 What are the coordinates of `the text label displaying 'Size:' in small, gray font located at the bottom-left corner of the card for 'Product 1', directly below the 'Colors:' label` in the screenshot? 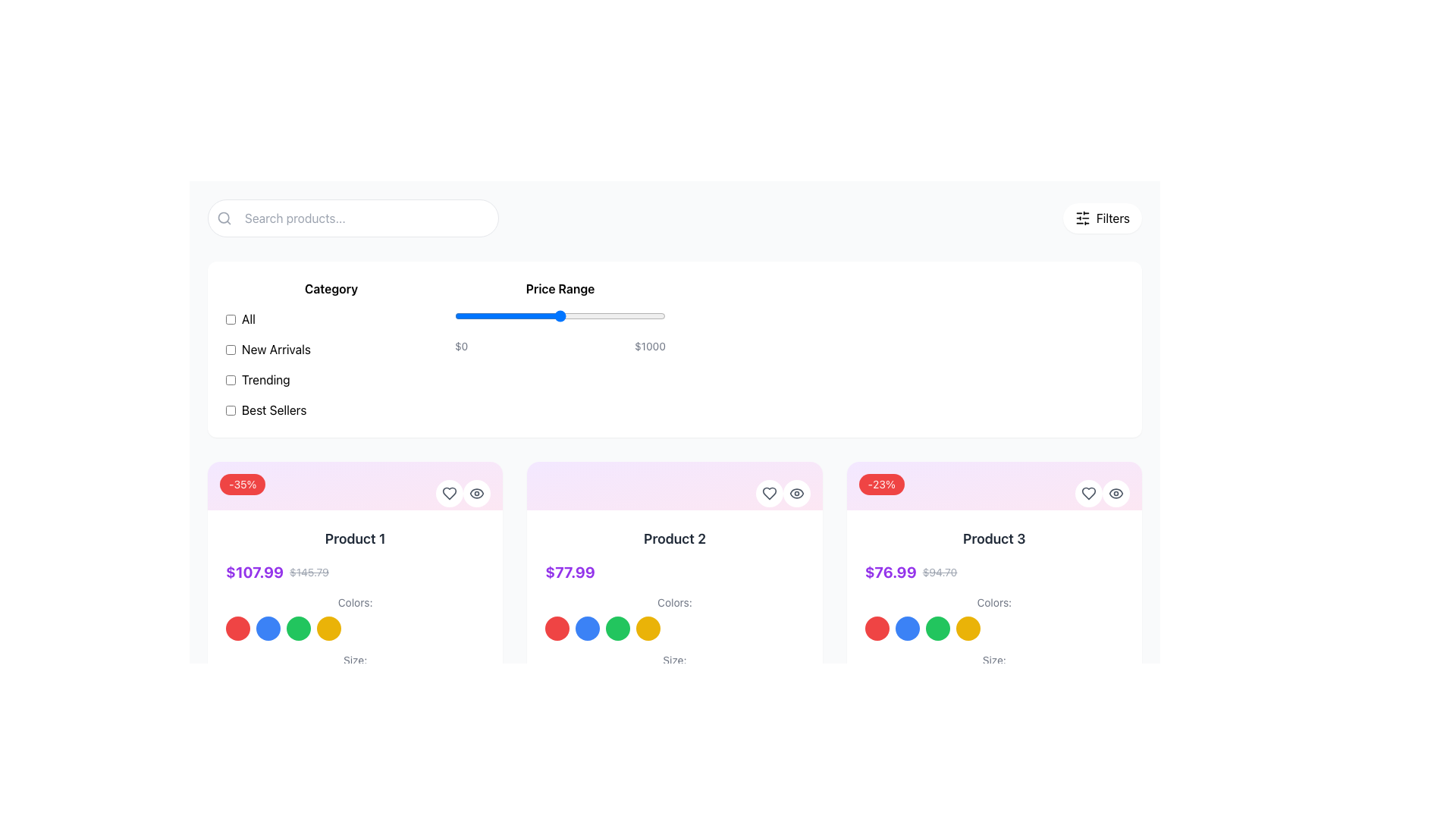 It's located at (354, 660).